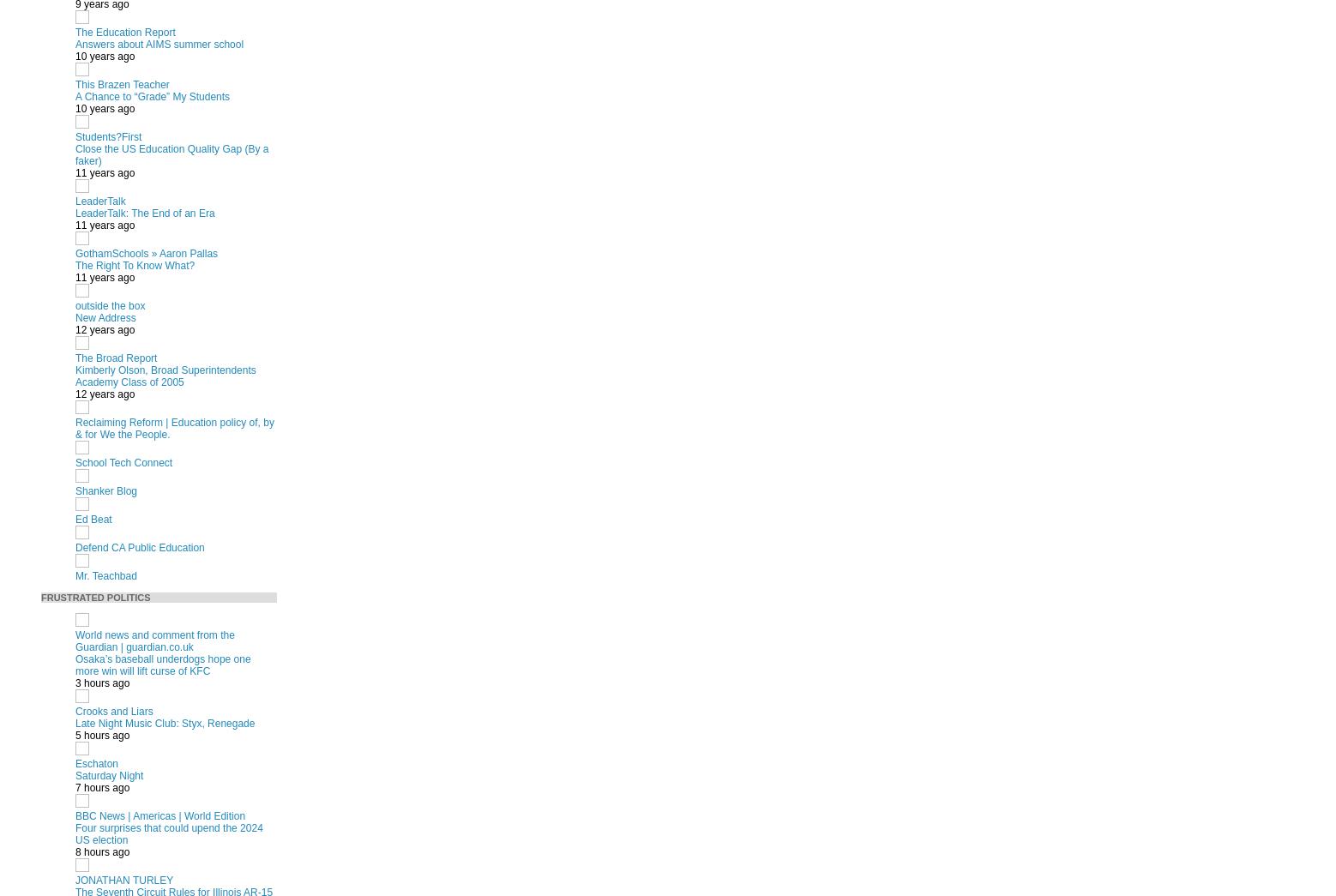 This screenshot has width=1336, height=896. What do you see at coordinates (75, 734) in the screenshot?
I see `'5 hours ago'` at bounding box center [75, 734].